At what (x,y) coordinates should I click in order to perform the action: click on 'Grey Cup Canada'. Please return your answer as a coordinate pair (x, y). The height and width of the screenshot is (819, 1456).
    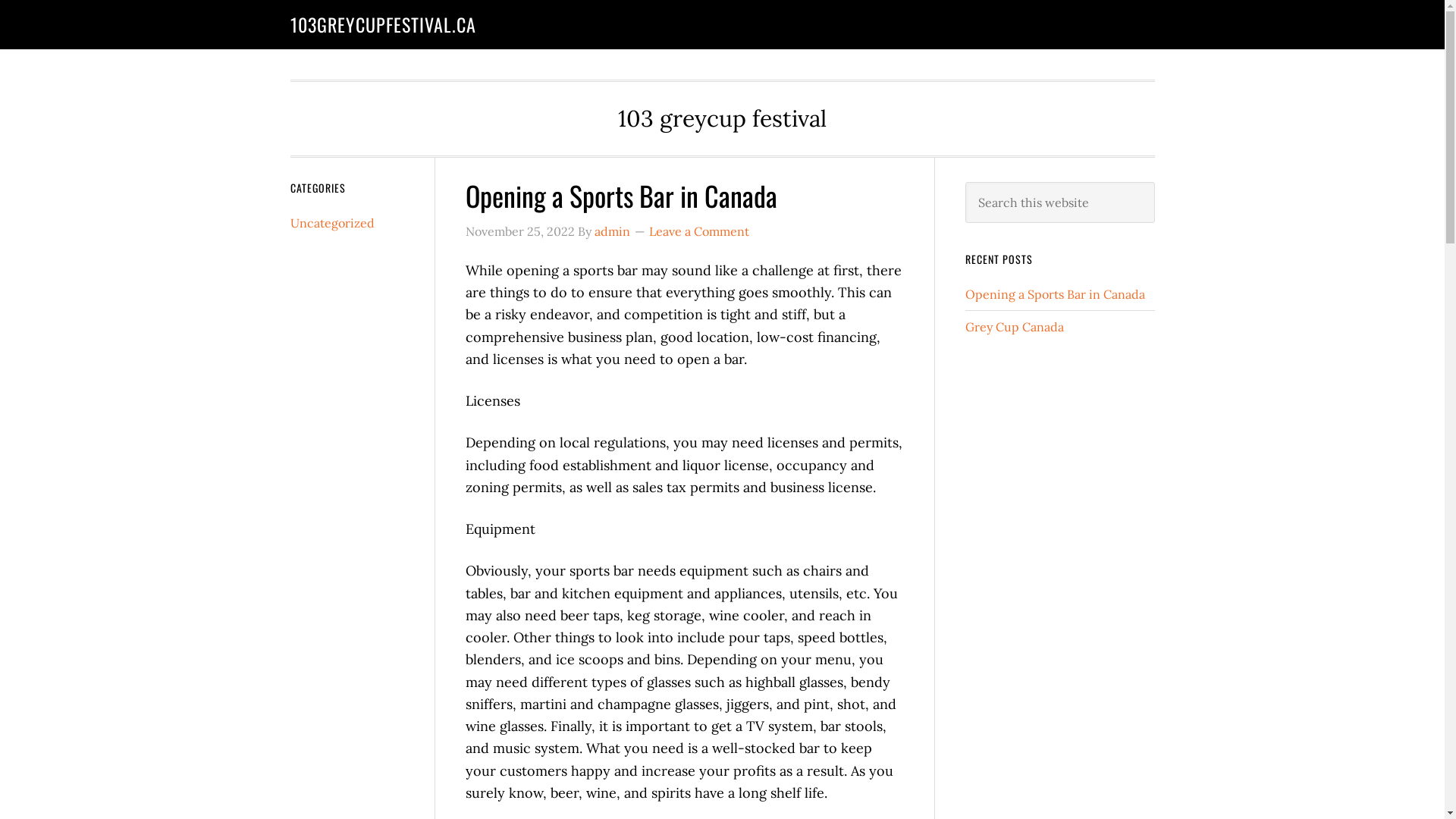
    Looking at the image, I should click on (1014, 326).